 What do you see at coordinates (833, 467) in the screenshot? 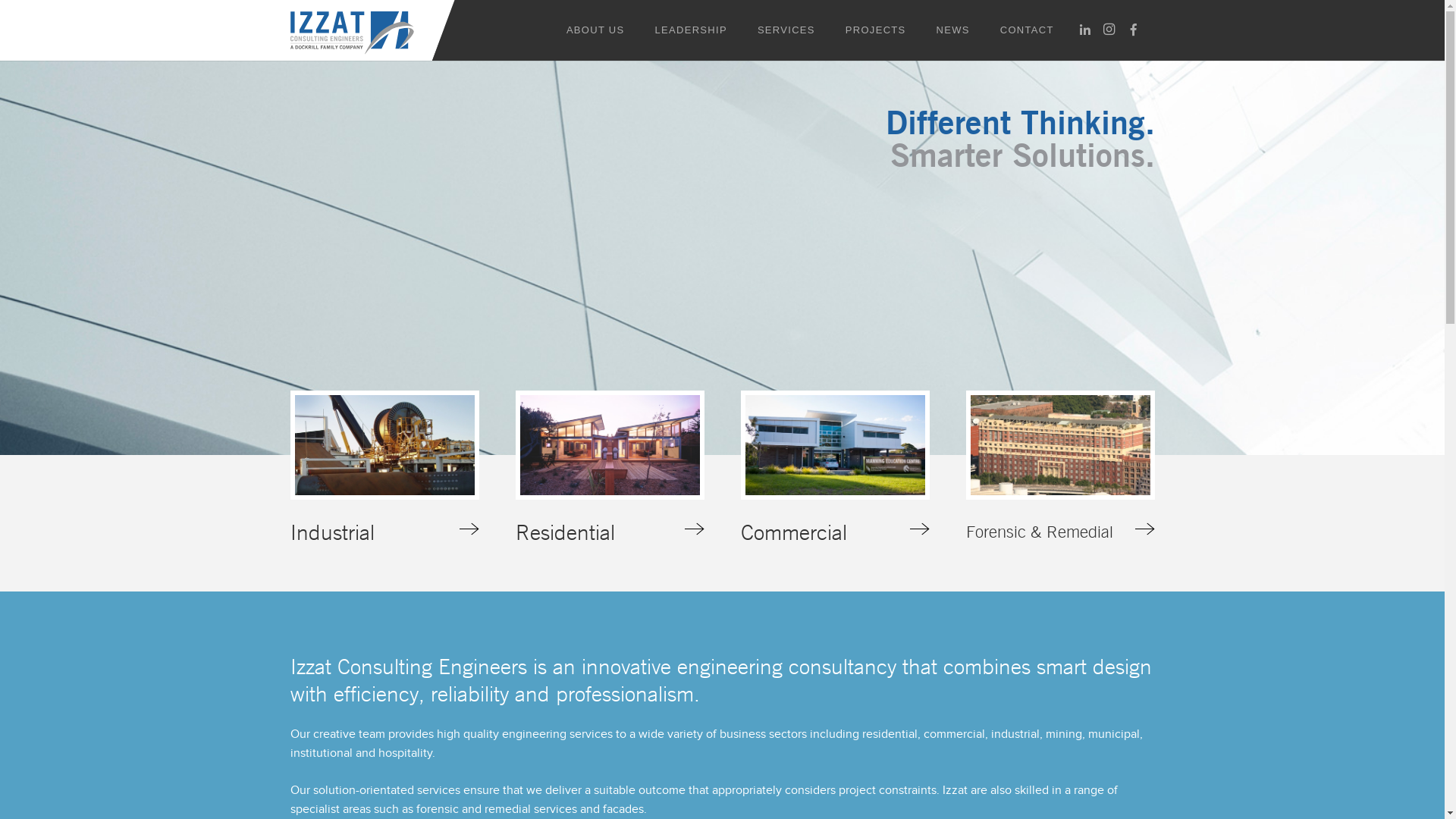
I see `'Commercial'` at bounding box center [833, 467].